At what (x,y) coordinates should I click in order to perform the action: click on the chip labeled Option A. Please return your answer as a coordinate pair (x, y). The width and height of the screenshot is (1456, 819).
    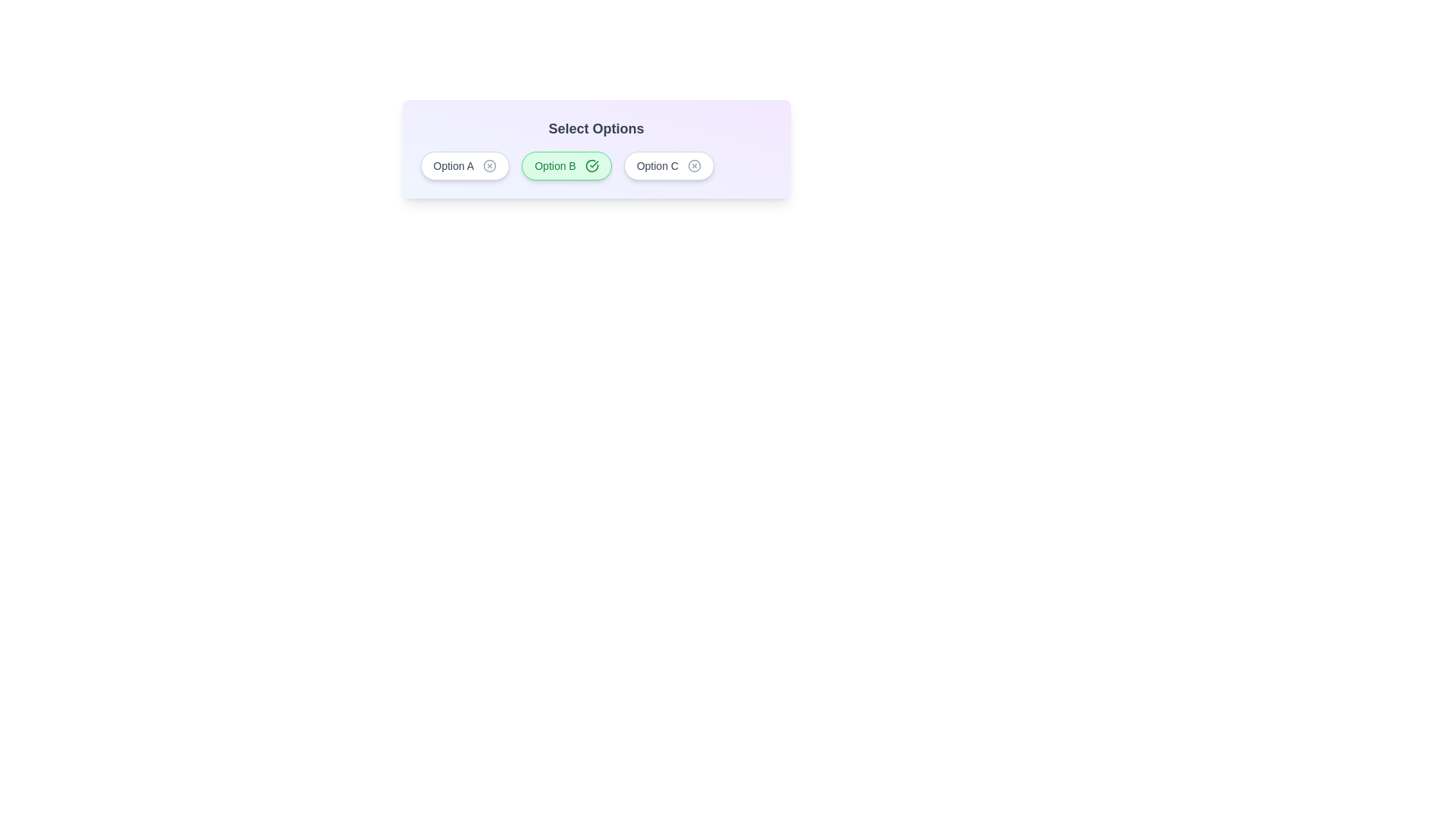
    Looking at the image, I should click on (464, 166).